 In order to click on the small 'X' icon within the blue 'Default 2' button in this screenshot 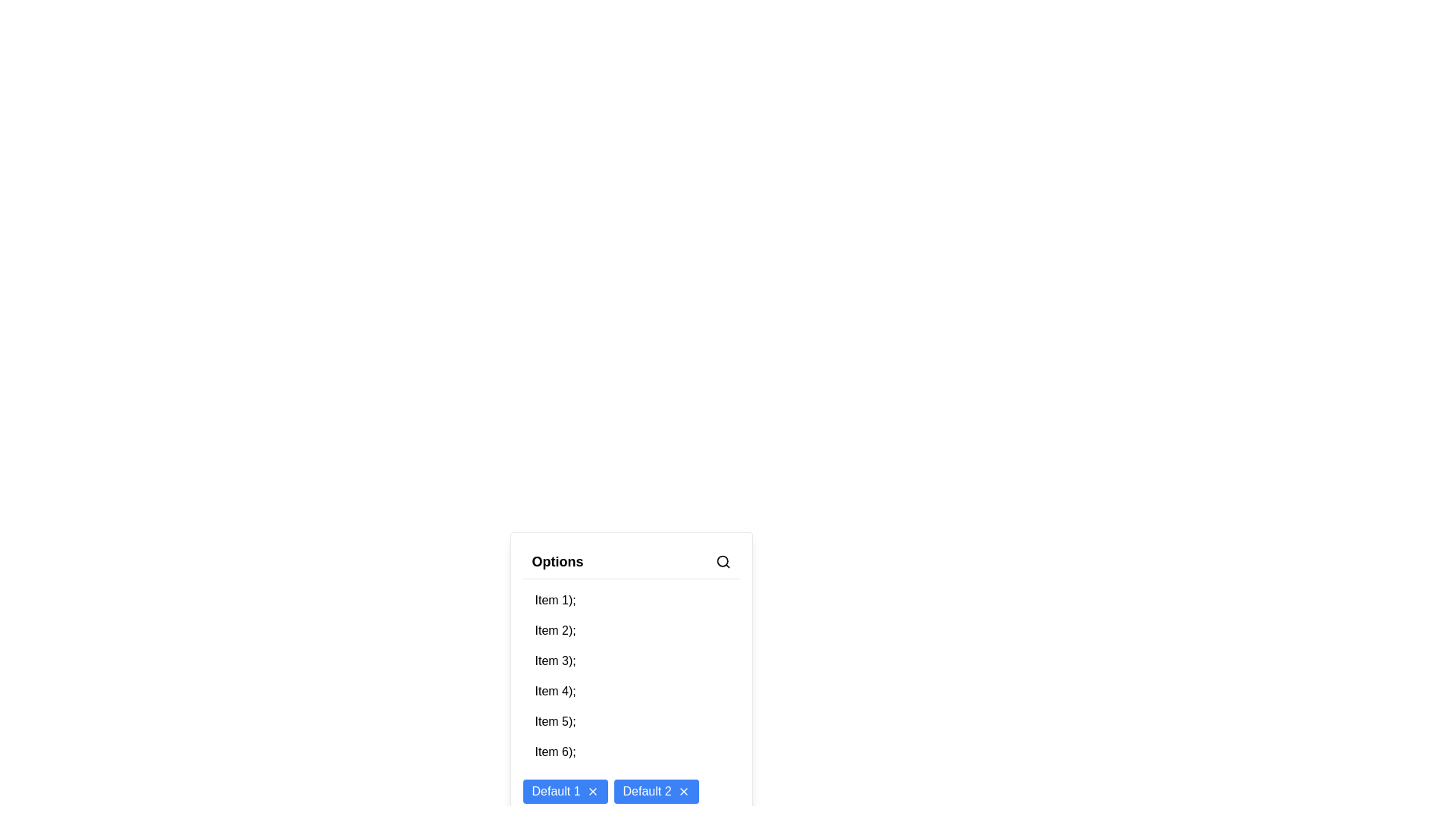, I will do `click(682, 791)`.